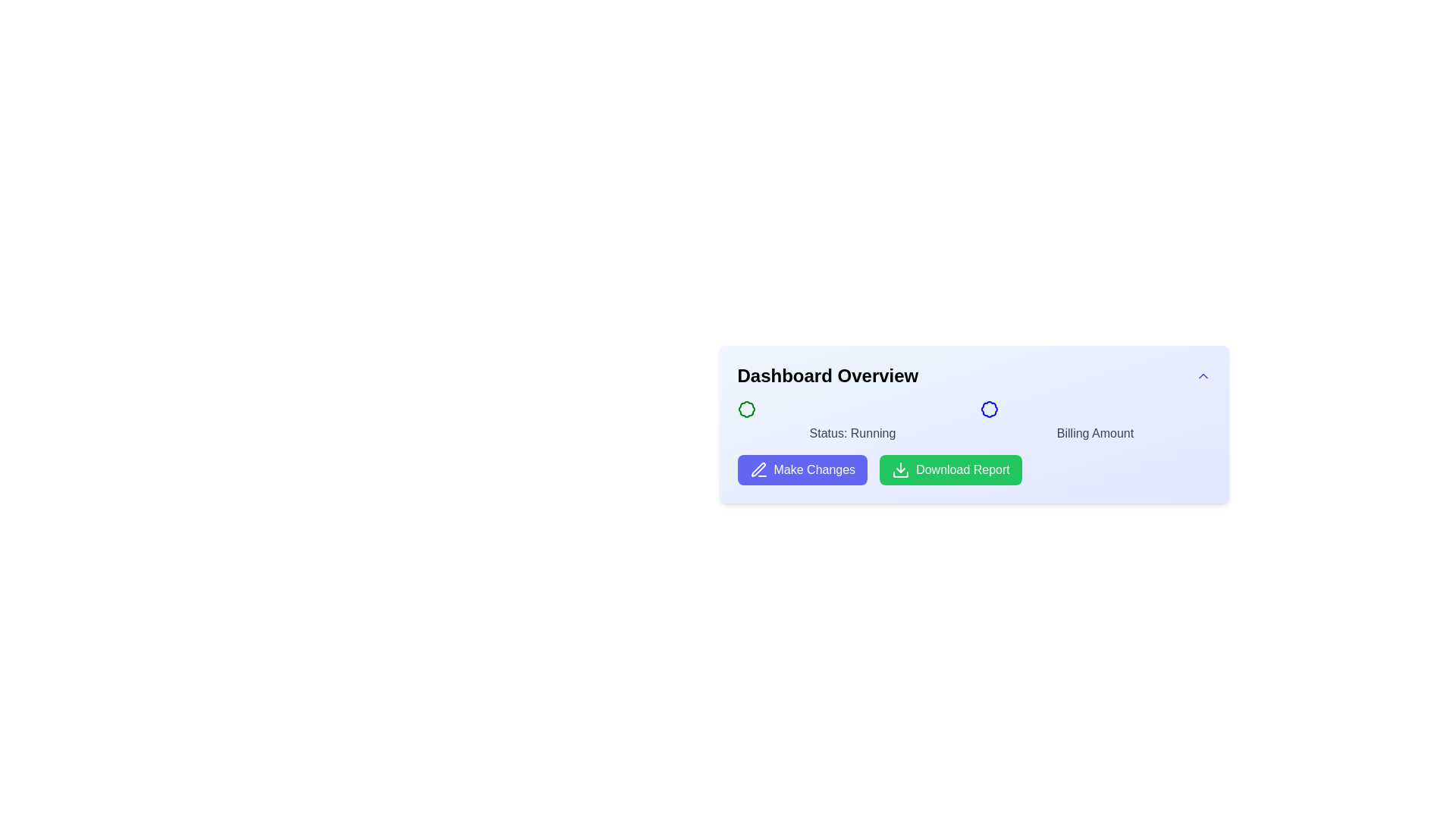 This screenshot has width=1456, height=819. I want to click on the download button located at the bottom of the 'Dashboard Overview' panel, so click(974, 469).